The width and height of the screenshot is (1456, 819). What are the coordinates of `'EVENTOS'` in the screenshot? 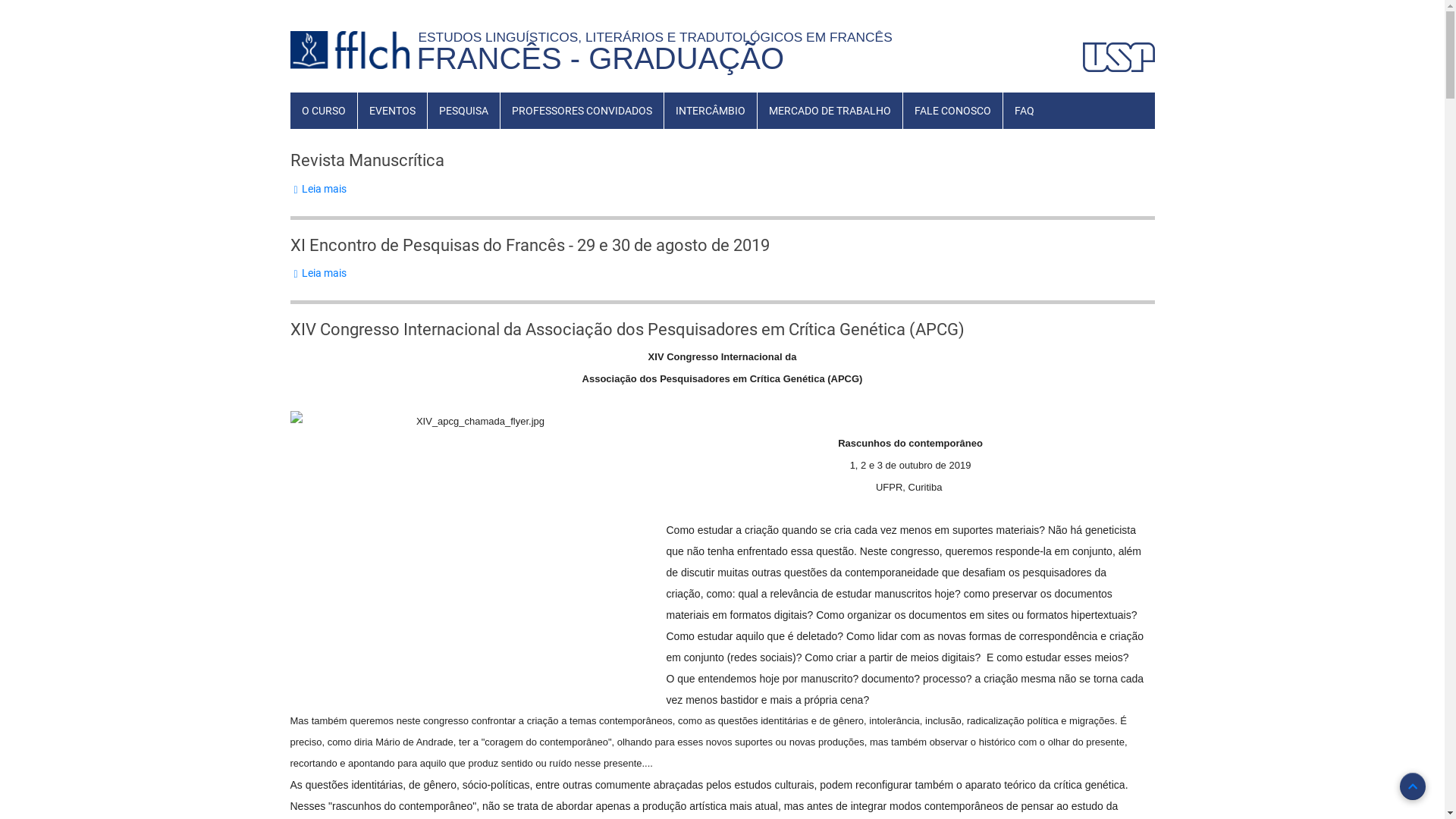 It's located at (392, 110).